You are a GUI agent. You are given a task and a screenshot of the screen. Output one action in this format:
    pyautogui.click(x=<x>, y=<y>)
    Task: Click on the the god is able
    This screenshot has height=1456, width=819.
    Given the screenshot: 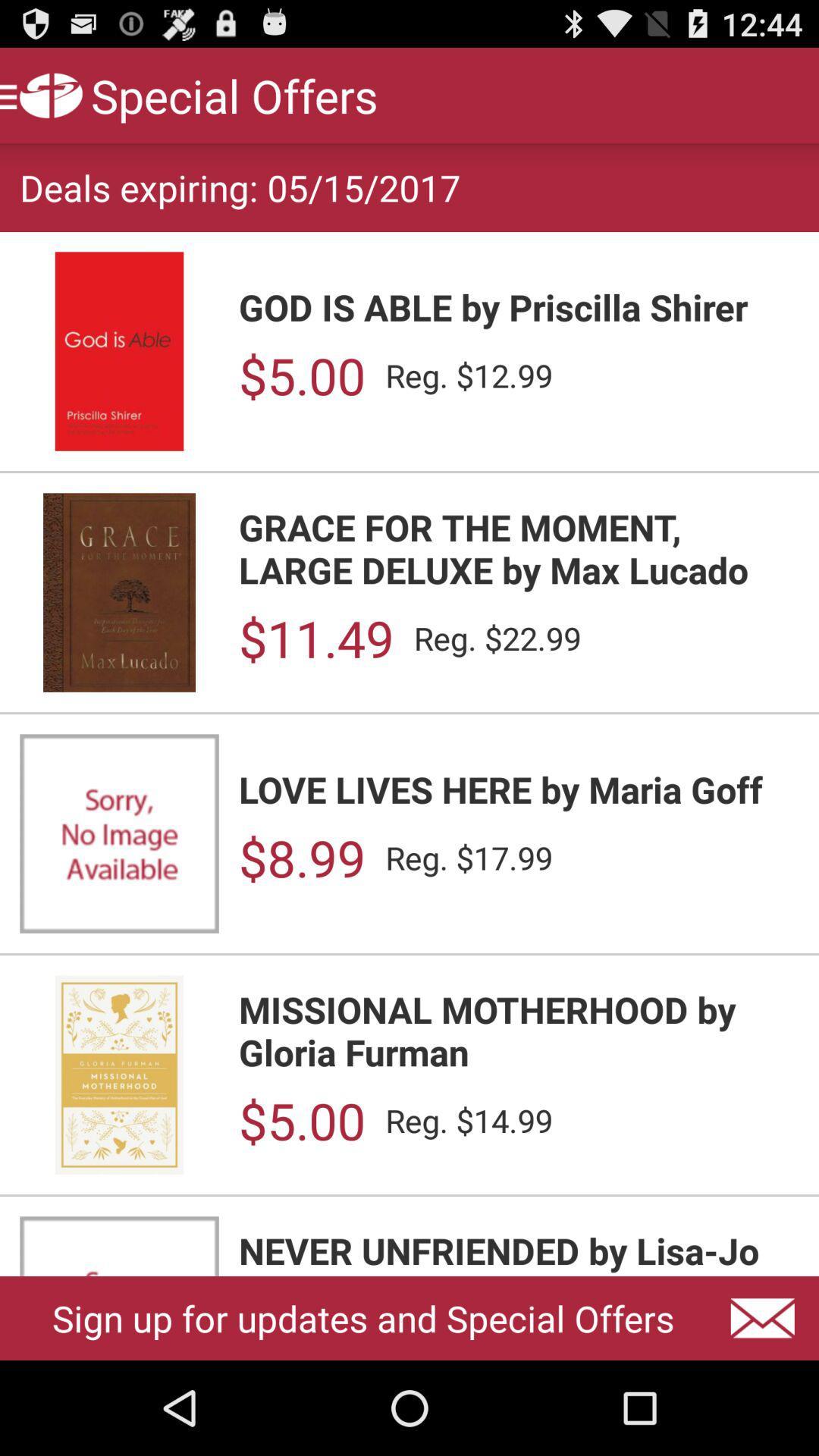 What is the action you would take?
    pyautogui.click(x=518, y=306)
    